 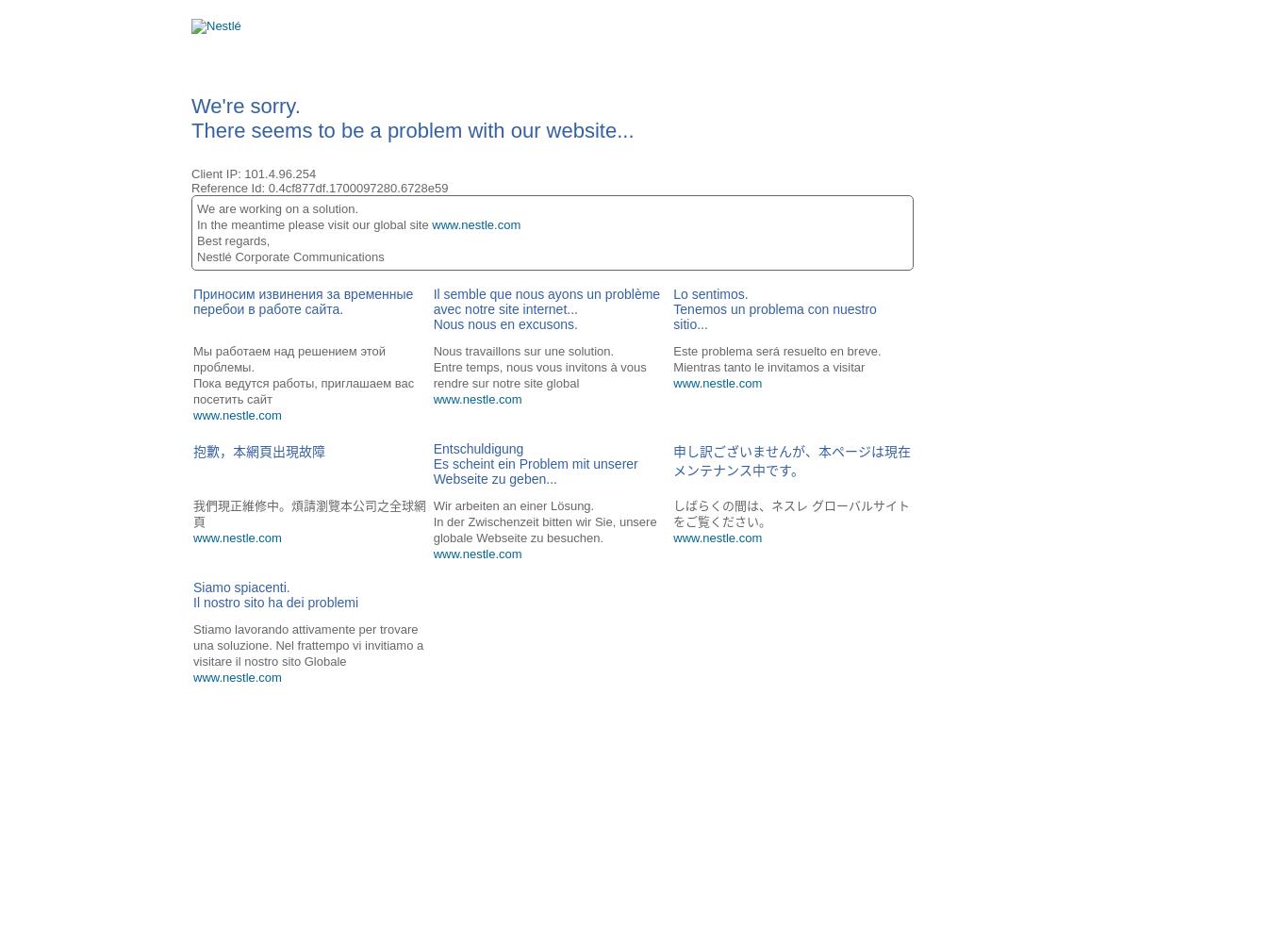 I want to click on 'Nestlé Corporate Communications', so click(x=195, y=256).